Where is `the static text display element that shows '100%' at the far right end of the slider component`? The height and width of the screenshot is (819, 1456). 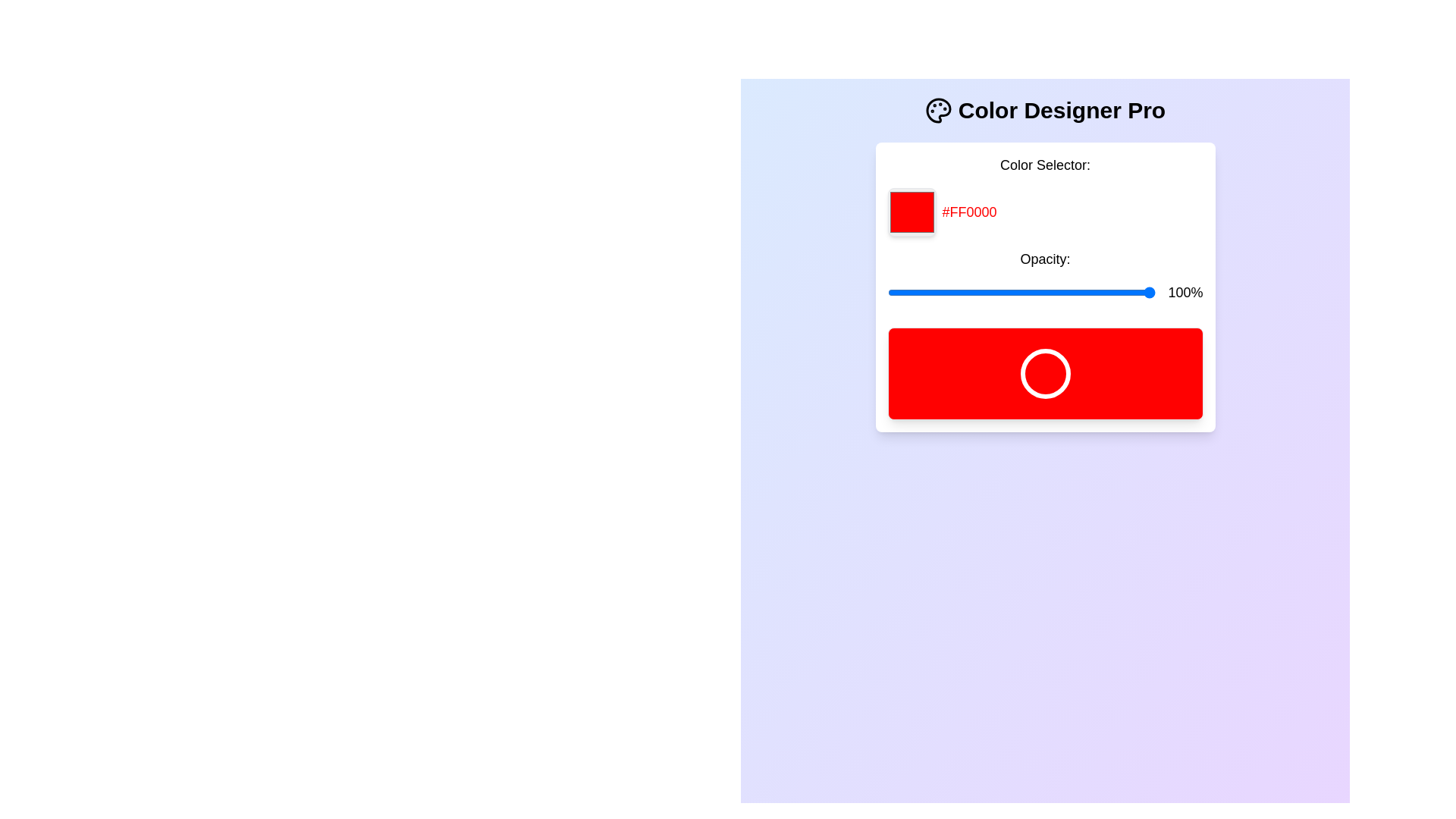
the static text display element that shows '100%' at the far right end of the slider component is located at coordinates (1185, 292).